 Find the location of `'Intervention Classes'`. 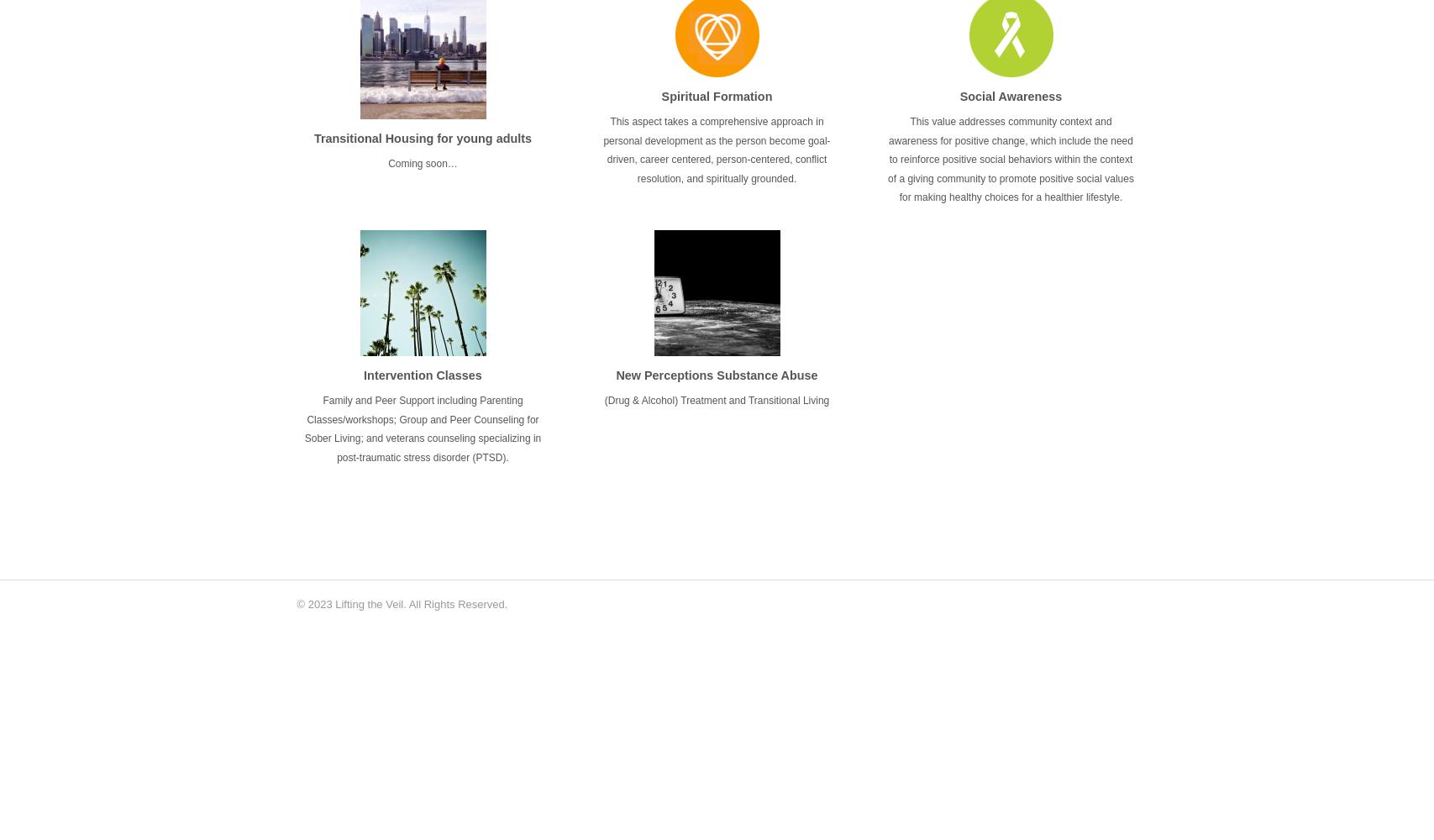

'Intervention Classes' is located at coordinates (364, 374).